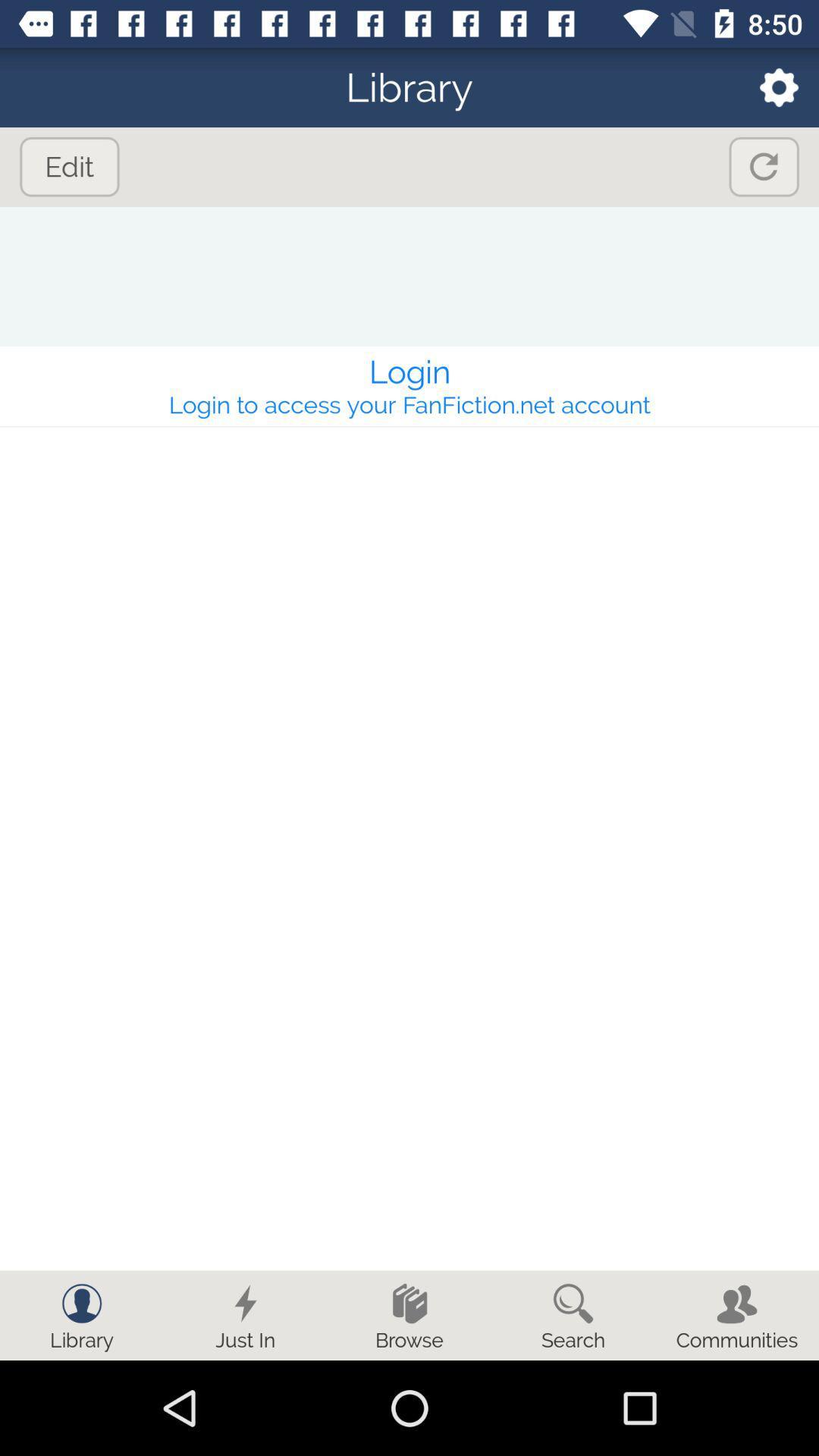  Describe the element at coordinates (409, 404) in the screenshot. I see `login to access item` at that location.